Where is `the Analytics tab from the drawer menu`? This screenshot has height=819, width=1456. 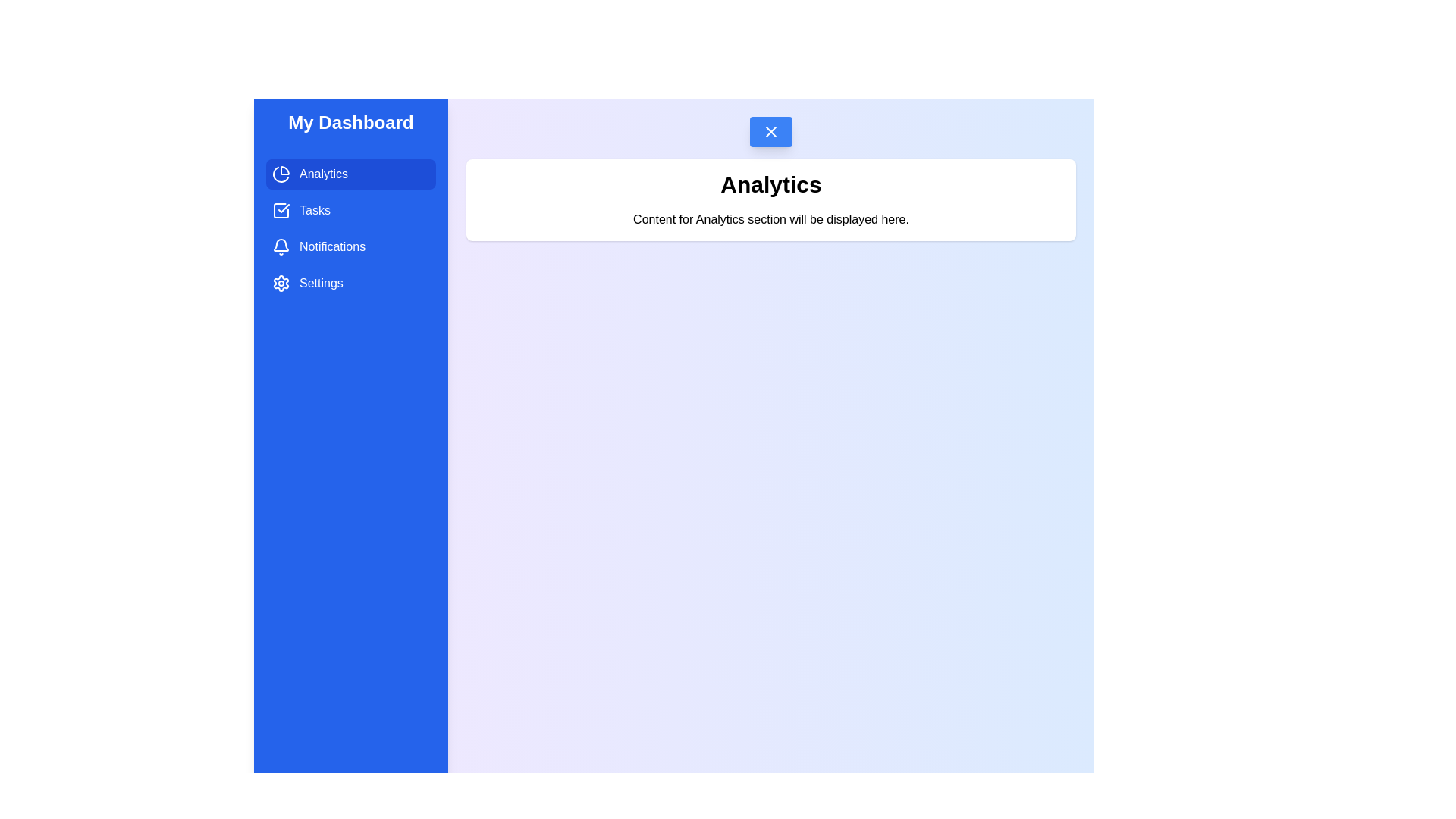 the Analytics tab from the drawer menu is located at coordinates (350, 174).